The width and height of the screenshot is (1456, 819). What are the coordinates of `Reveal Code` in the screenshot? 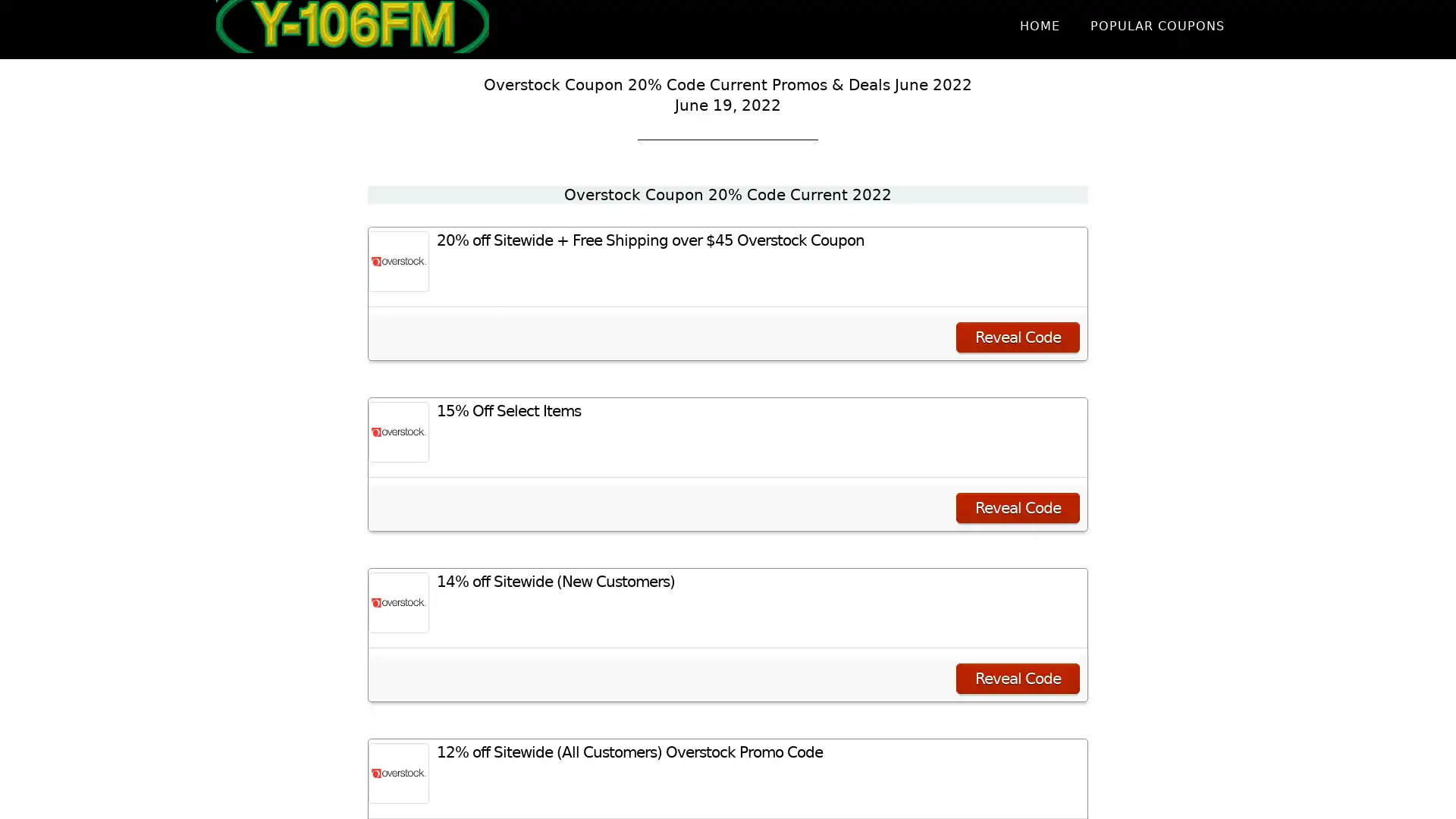 It's located at (1018, 508).